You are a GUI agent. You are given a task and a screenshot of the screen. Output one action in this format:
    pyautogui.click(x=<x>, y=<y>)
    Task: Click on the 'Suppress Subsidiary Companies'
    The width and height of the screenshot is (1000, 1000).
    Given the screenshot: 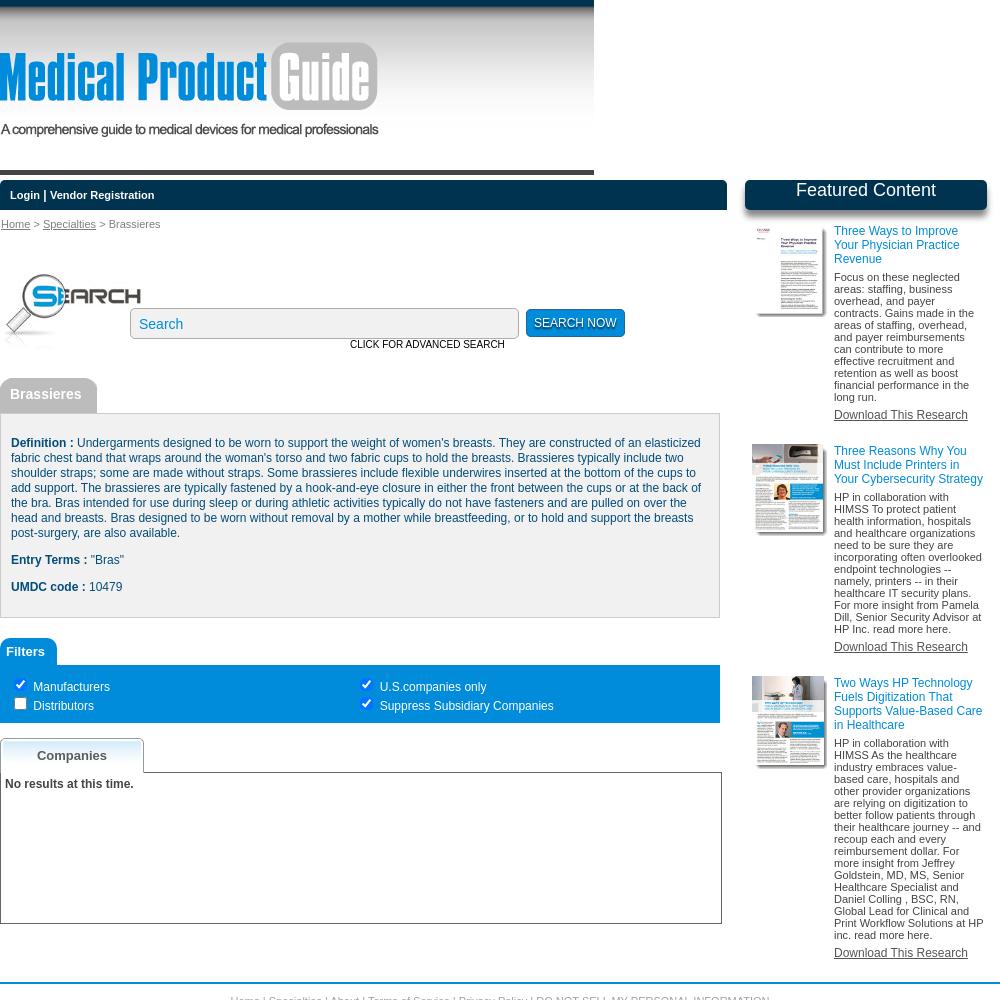 What is the action you would take?
    pyautogui.click(x=463, y=705)
    